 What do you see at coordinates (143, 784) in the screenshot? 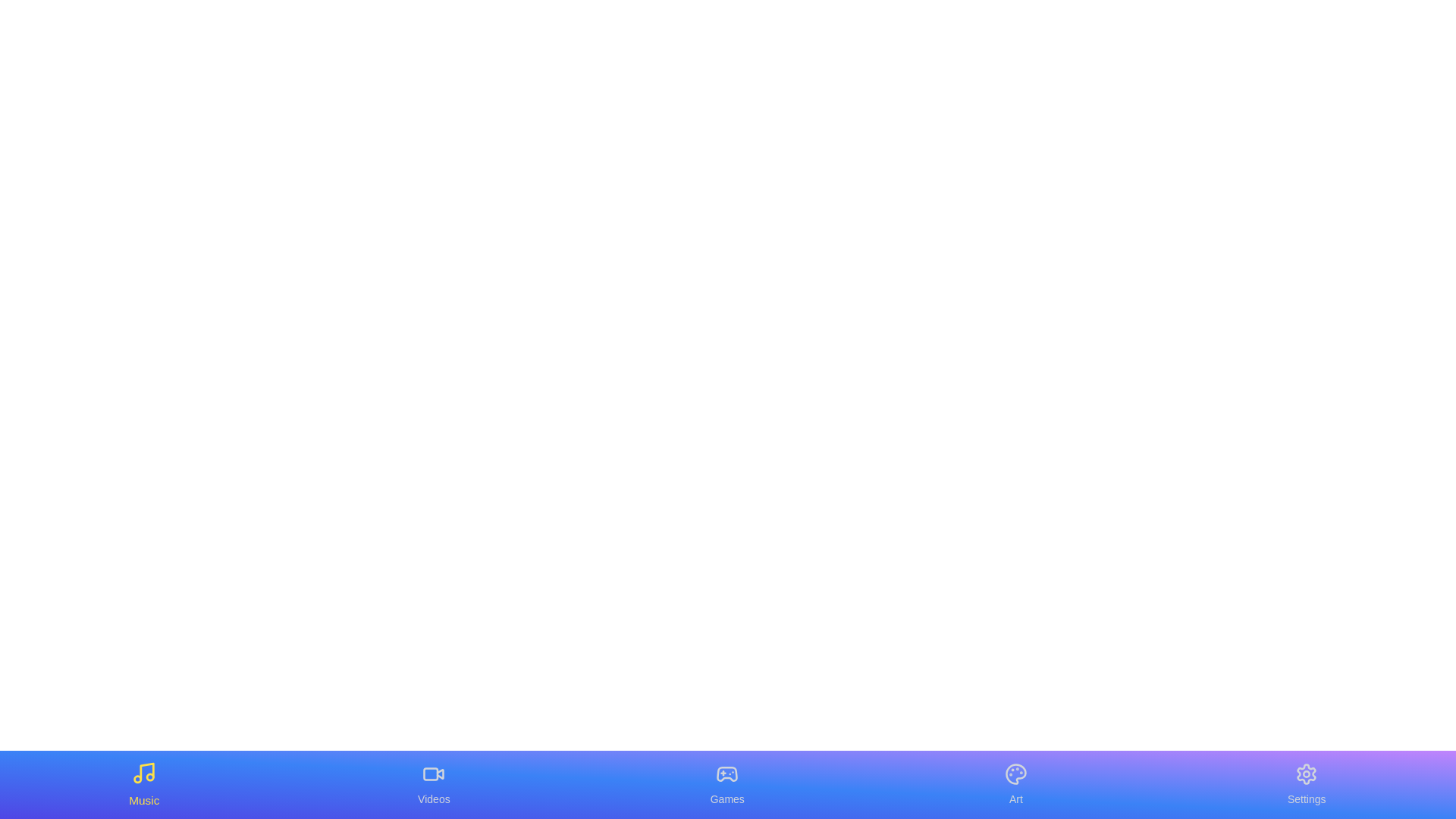
I see `the Music tab by clicking on its icon` at bounding box center [143, 784].